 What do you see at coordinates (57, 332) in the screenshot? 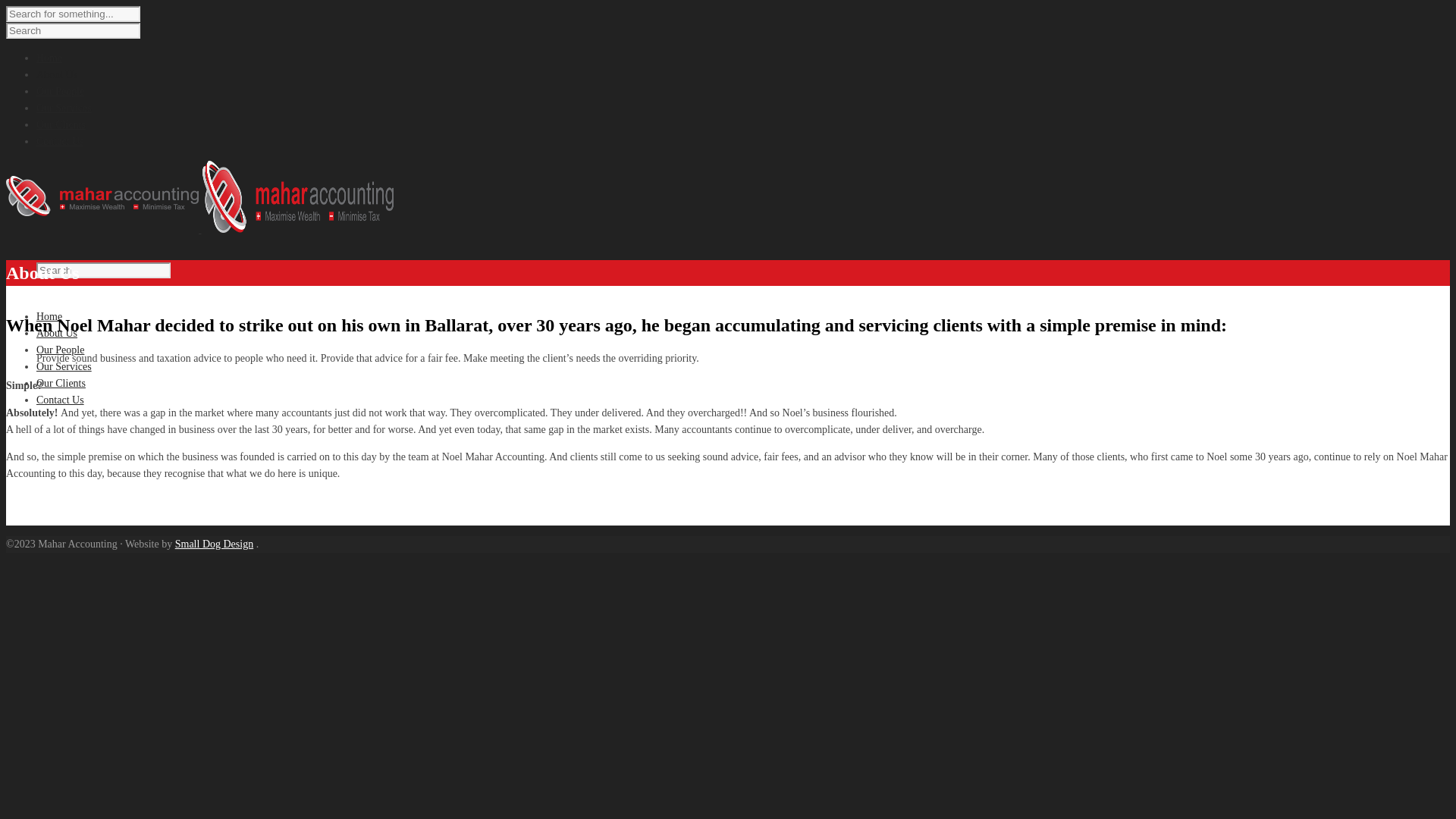
I see `'About Us'` at bounding box center [57, 332].